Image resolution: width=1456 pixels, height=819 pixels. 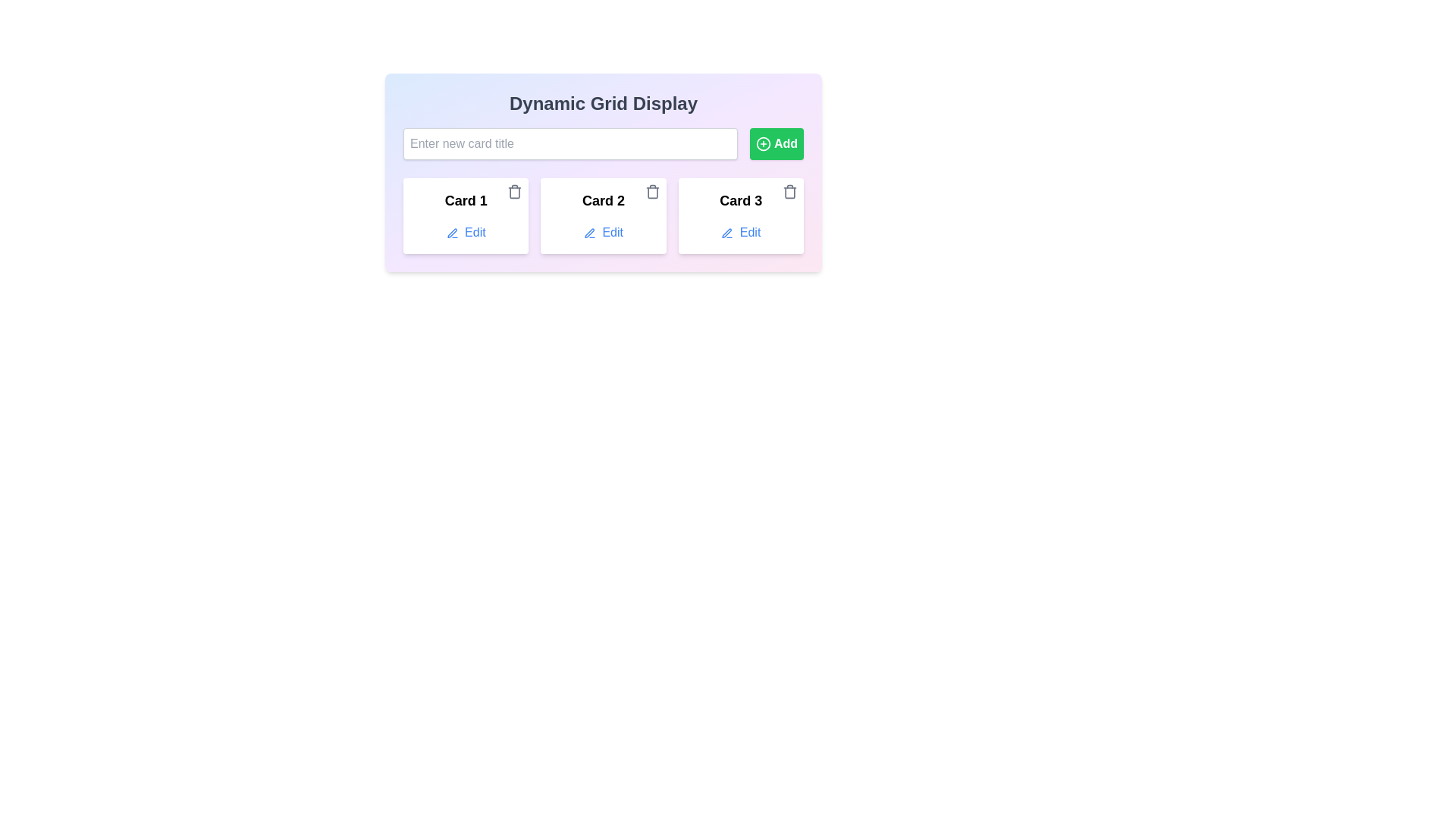 What do you see at coordinates (603, 233) in the screenshot?
I see `the 'Edit' hyperlink located at the bottom center of 'Card 2', which is styled in blue with a pen icon adjacent to it` at bounding box center [603, 233].